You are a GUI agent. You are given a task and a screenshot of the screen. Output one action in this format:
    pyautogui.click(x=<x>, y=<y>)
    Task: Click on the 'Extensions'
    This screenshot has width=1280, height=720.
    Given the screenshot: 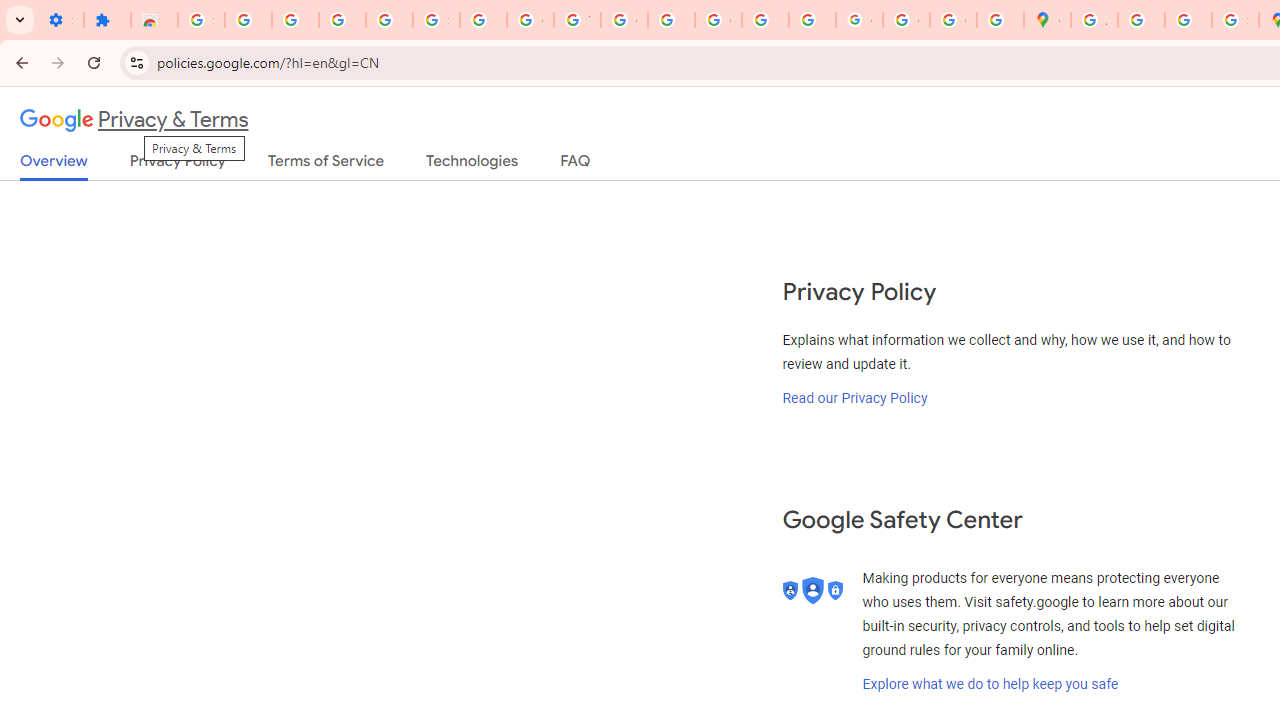 What is the action you would take?
    pyautogui.click(x=106, y=20)
    